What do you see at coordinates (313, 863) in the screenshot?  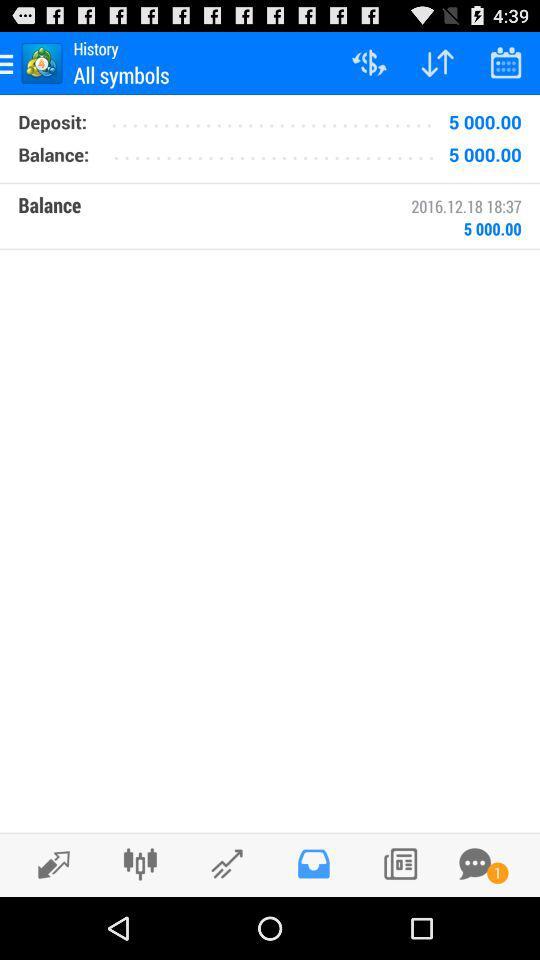 I see `inbox` at bounding box center [313, 863].